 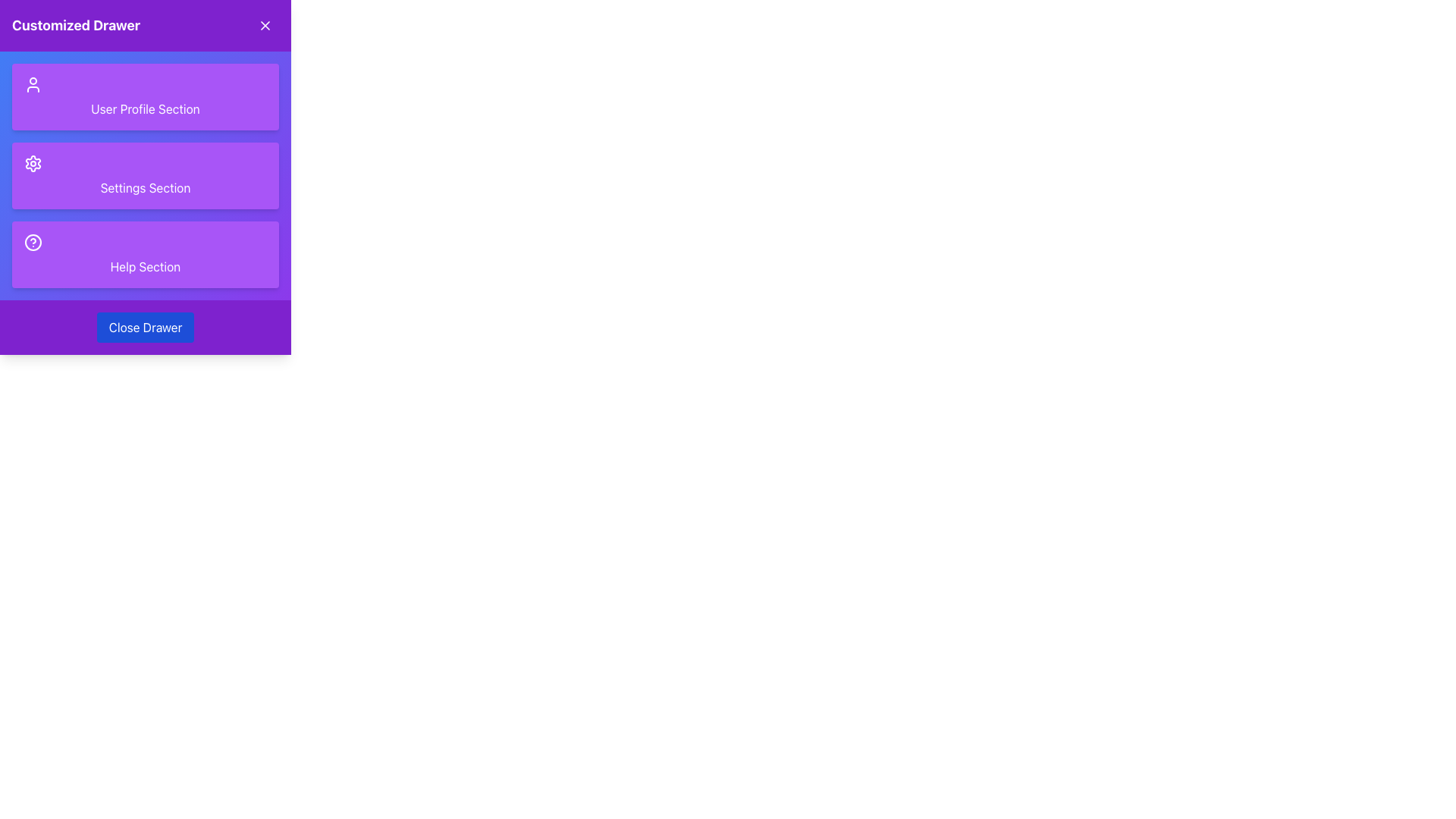 What do you see at coordinates (265, 26) in the screenshot?
I see `the close icon located at the top-right corner of the interface` at bounding box center [265, 26].